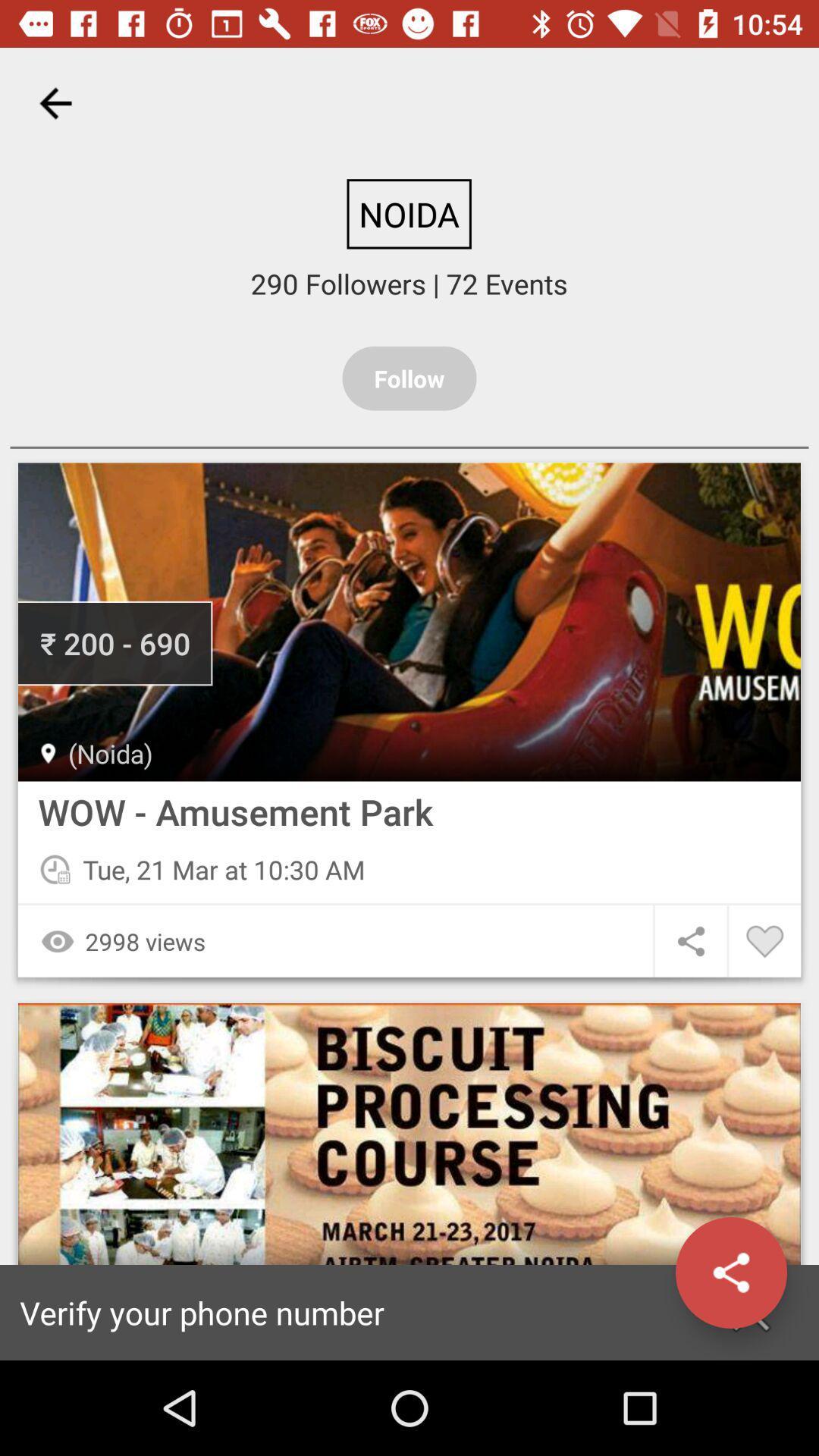 Image resolution: width=819 pixels, height=1456 pixels. I want to click on follow which is above the image, so click(409, 378).